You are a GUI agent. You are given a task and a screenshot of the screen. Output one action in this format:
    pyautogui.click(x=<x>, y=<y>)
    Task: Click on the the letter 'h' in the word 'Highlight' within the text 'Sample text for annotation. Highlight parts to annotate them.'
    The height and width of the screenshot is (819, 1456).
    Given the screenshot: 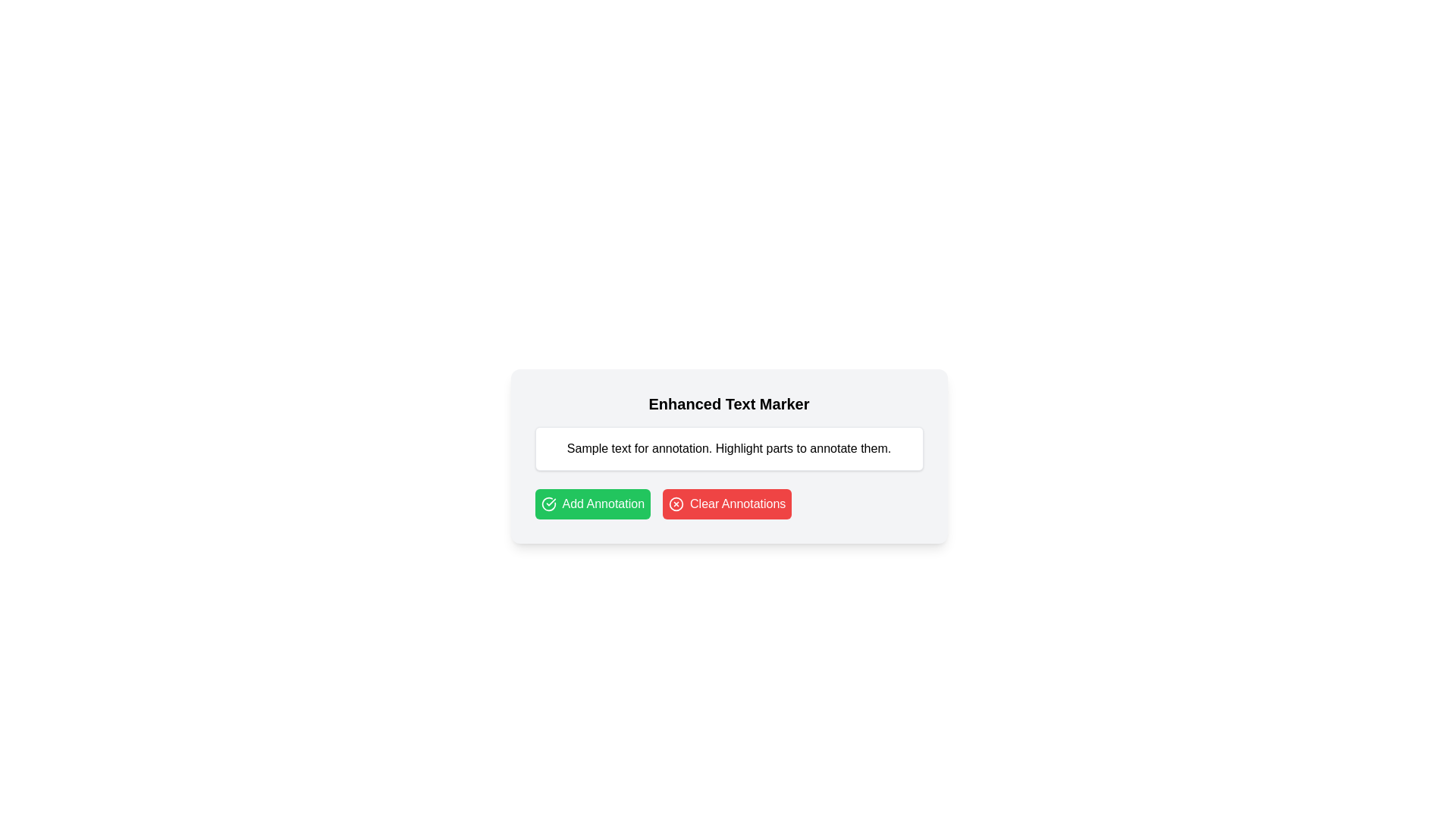 What is the action you would take?
    pyautogui.click(x=737, y=447)
    